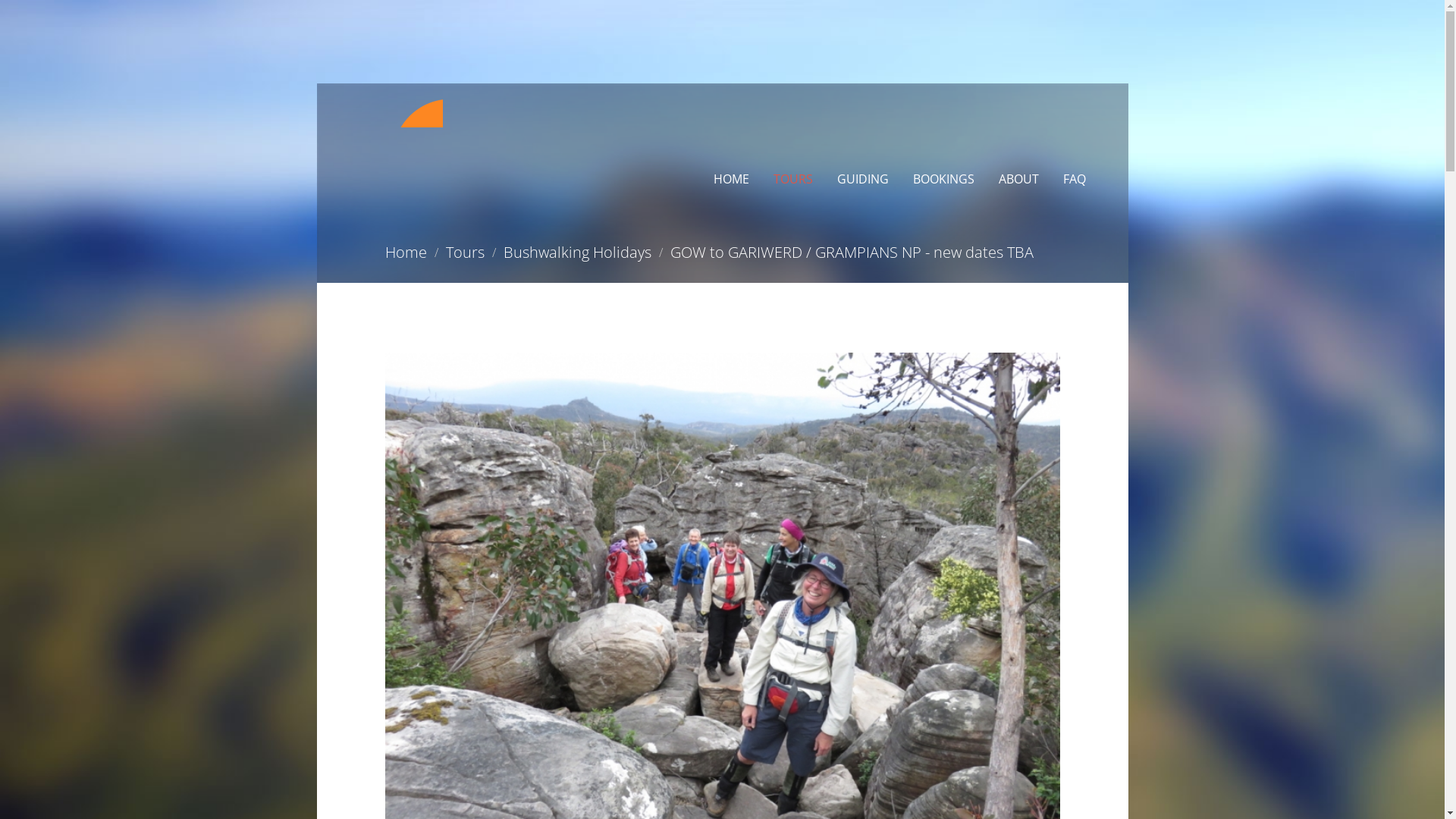  What do you see at coordinates (406, 251) in the screenshot?
I see `'Home'` at bounding box center [406, 251].